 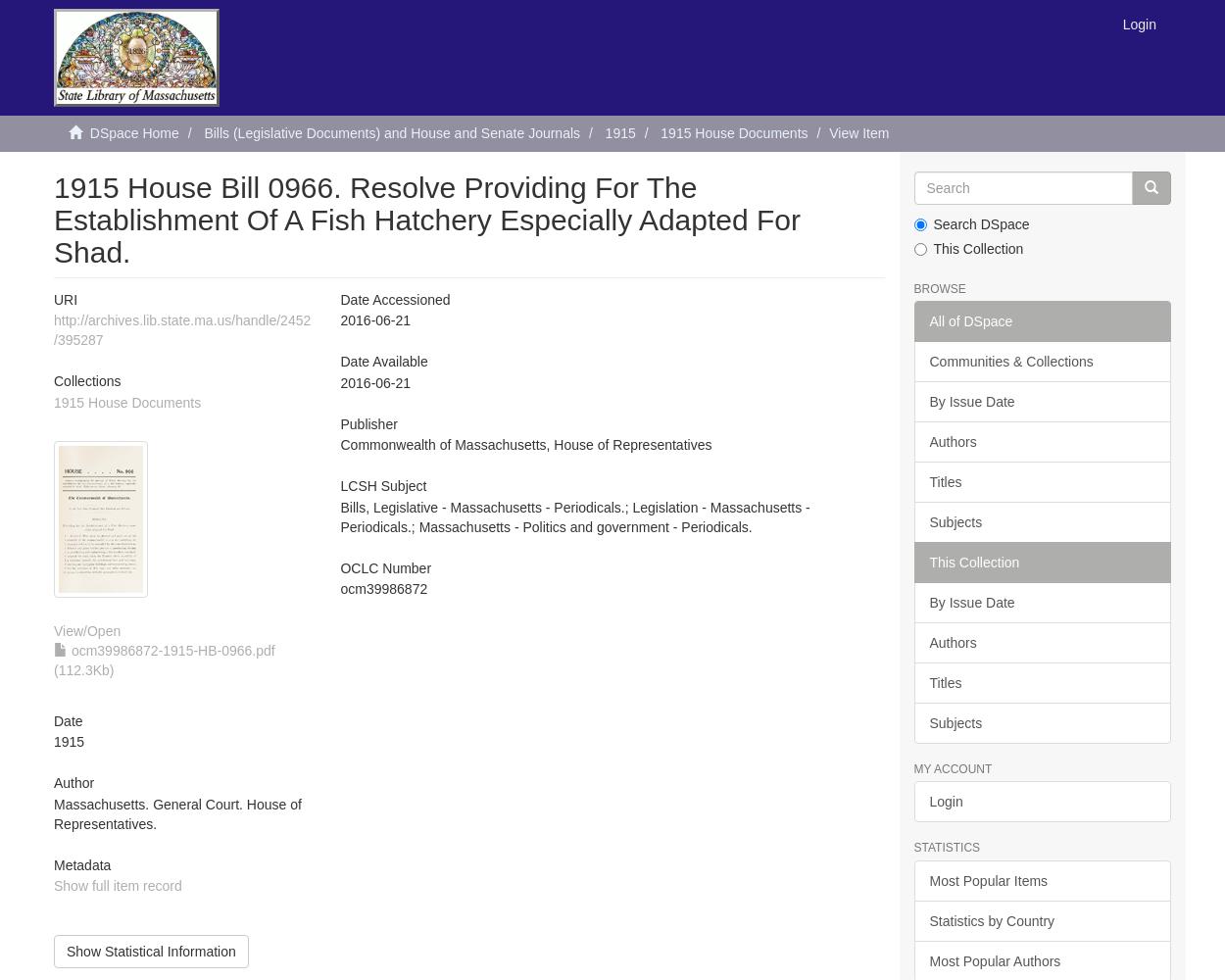 I want to click on '1915 House Bill 0966. Resolve Providing For The Establishment Of A Fish Hatchery Especially Adapted For Shad.', so click(x=427, y=219).